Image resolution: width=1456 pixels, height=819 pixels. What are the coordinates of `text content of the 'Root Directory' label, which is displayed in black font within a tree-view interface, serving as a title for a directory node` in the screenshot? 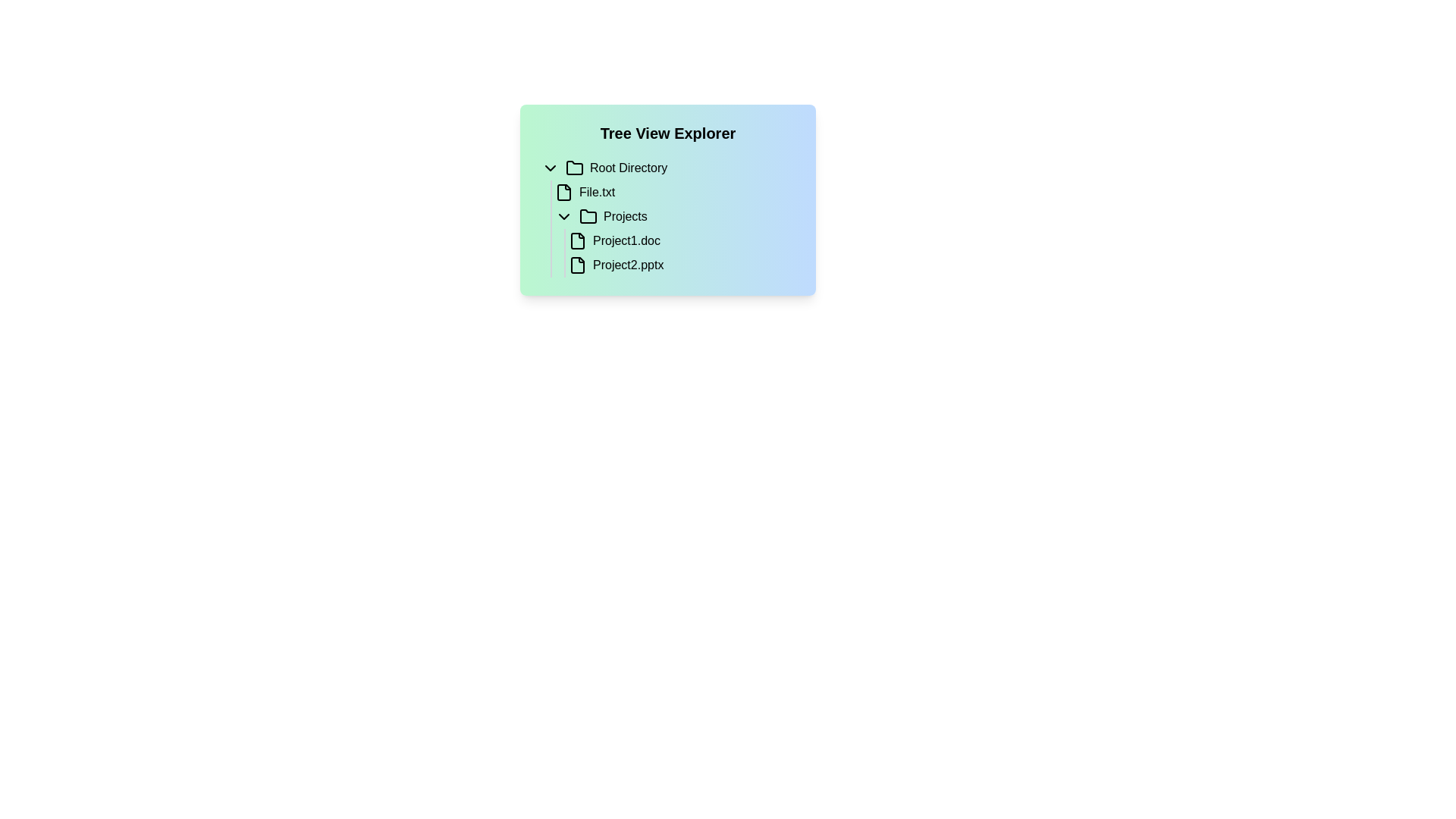 It's located at (629, 168).